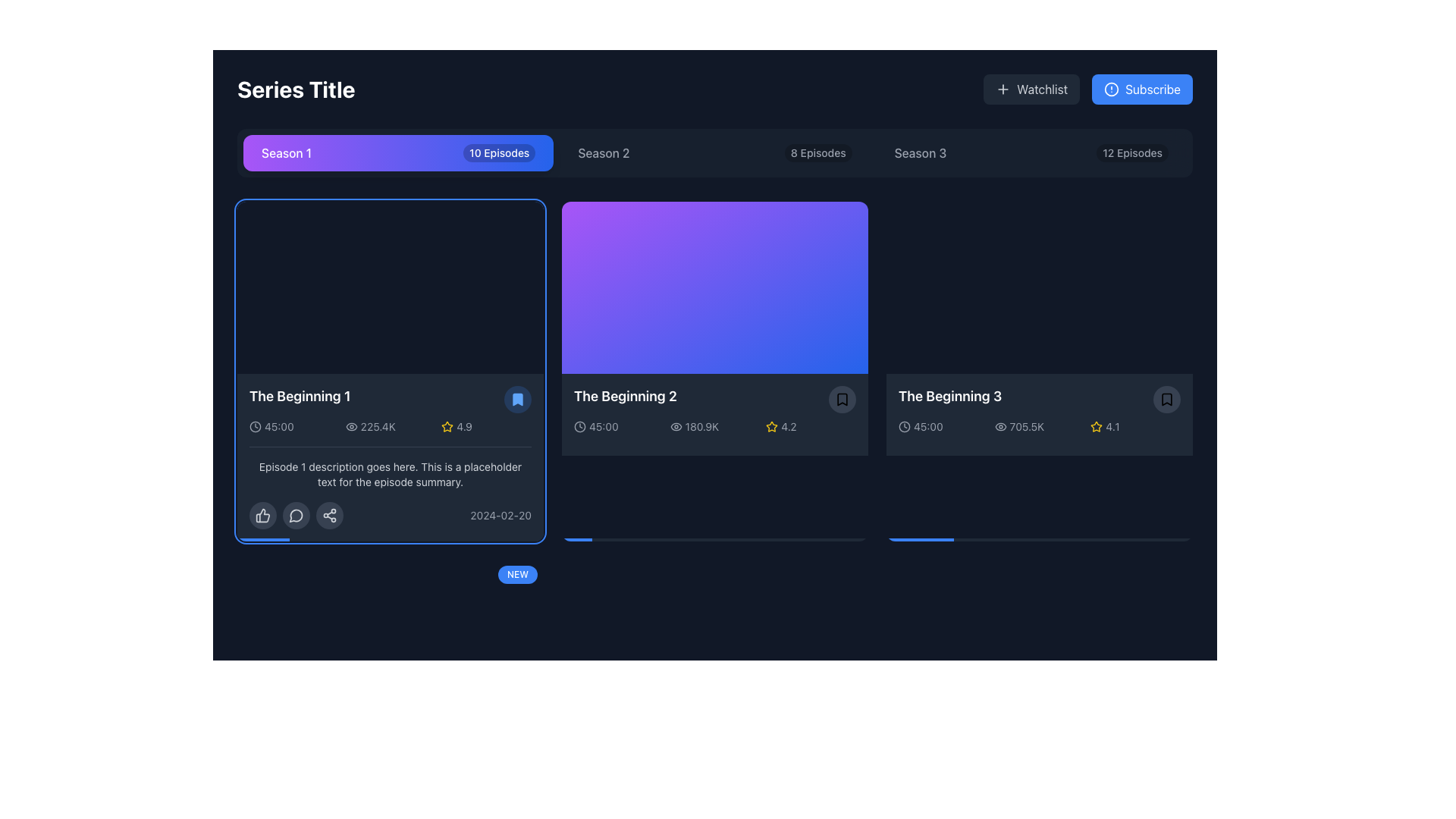  I want to click on the share button located at the bottom-right section of the card displaying 'The Beginning 1', so click(329, 514).